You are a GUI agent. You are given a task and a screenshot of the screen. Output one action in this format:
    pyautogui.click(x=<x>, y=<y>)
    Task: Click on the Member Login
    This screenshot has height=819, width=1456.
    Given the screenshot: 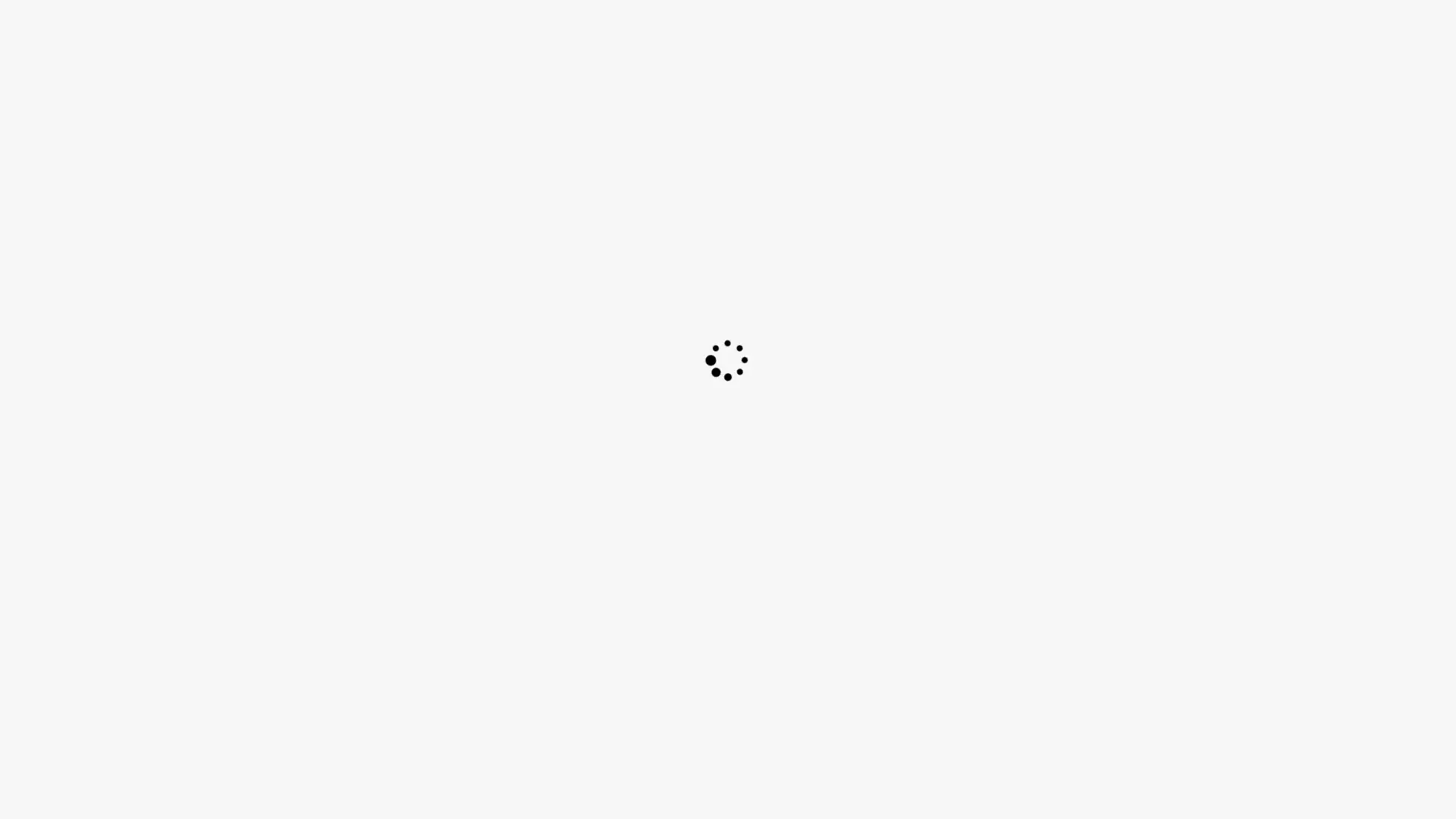 What is the action you would take?
    pyautogui.click(x=1031, y=27)
    